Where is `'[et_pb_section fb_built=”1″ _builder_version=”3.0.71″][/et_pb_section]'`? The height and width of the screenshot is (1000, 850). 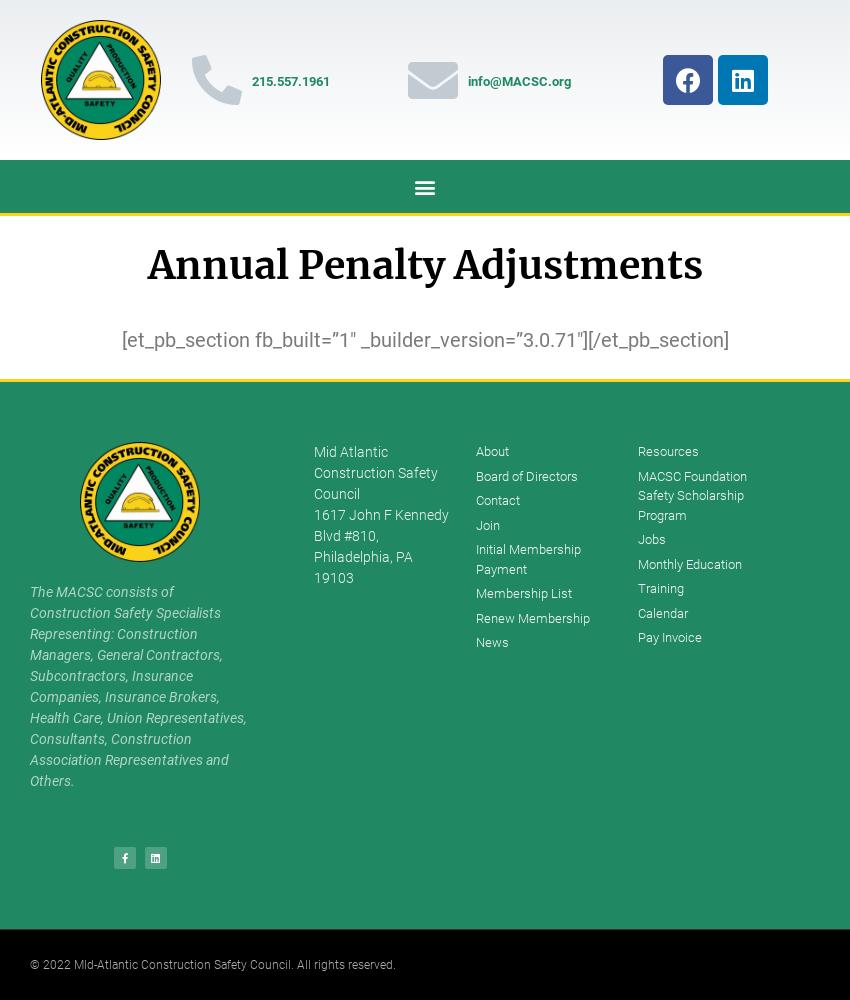 '[et_pb_section fb_built=”1″ _builder_version=”3.0.71″][/et_pb_section]' is located at coordinates (424, 339).